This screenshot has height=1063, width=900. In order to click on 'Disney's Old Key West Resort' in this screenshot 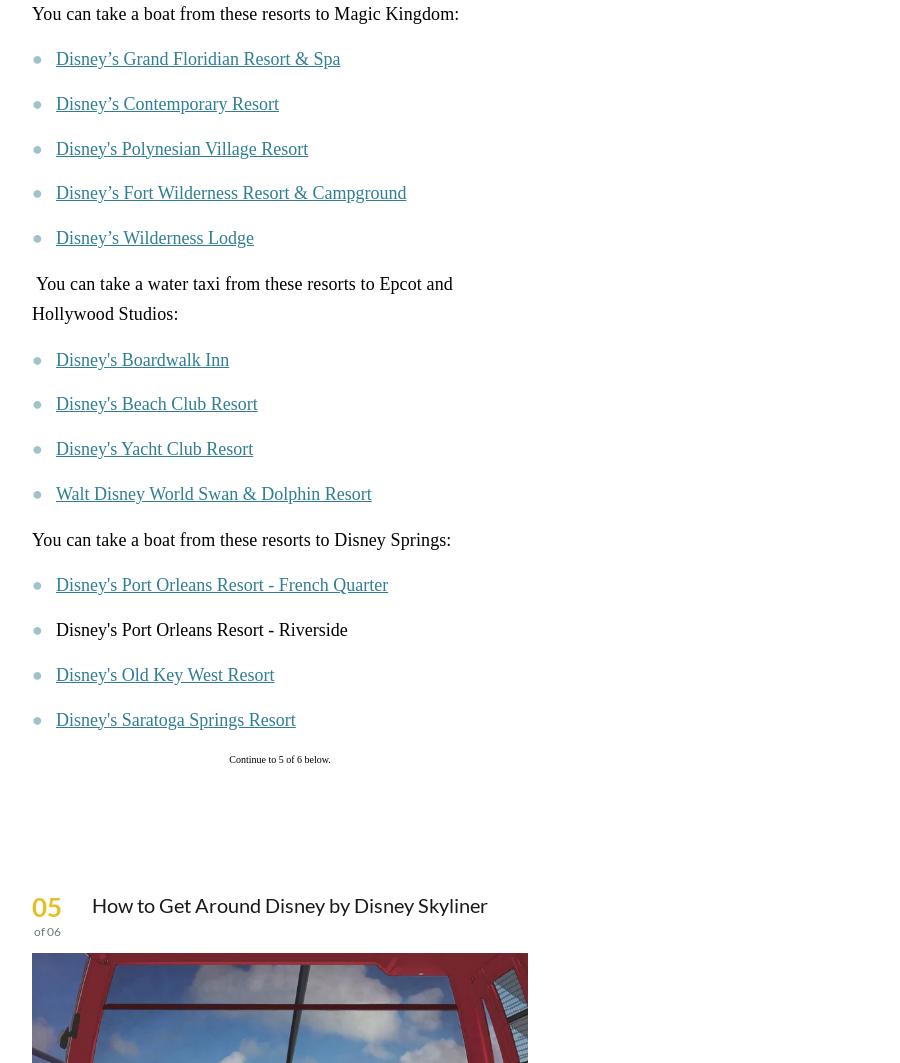, I will do `click(54, 673)`.